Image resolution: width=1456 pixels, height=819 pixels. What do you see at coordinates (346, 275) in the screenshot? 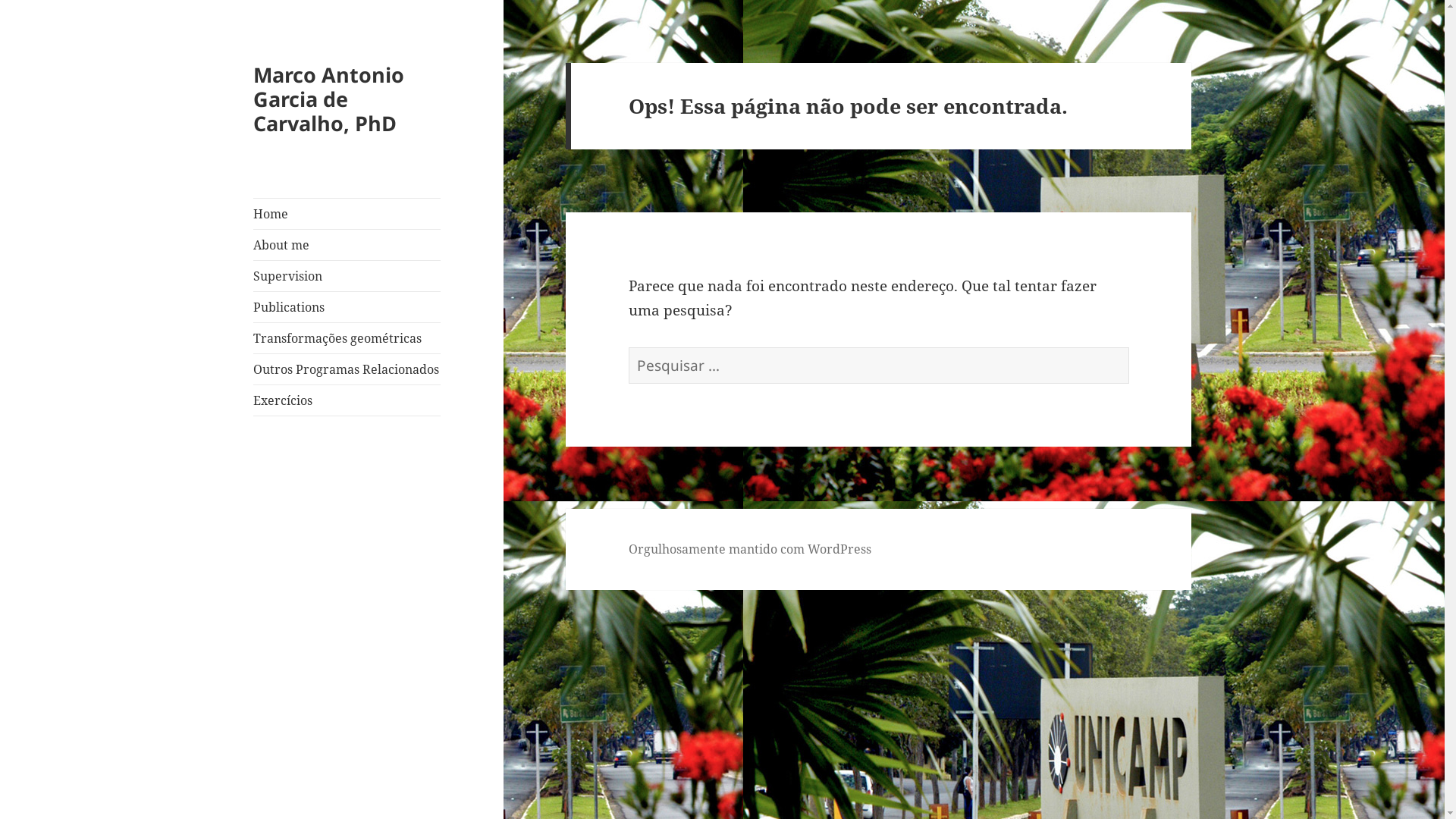
I see `'Supervision'` at bounding box center [346, 275].